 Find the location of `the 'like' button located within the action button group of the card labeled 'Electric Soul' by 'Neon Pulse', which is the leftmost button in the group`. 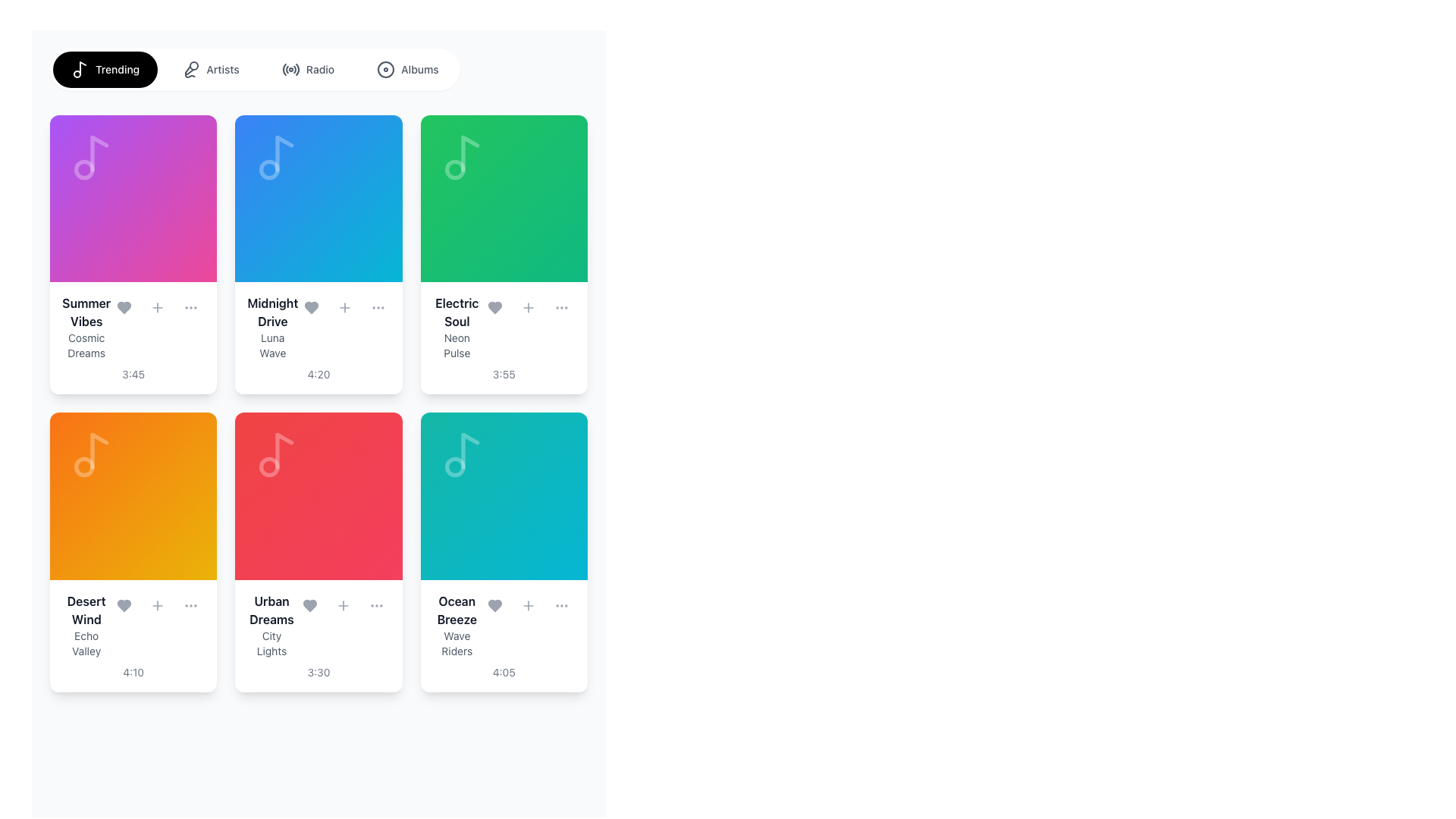

the 'like' button located within the action button group of the card labeled 'Electric Soul' by 'Neon Pulse', which is the leftmost button in the group is located at coordinates (494, 307).